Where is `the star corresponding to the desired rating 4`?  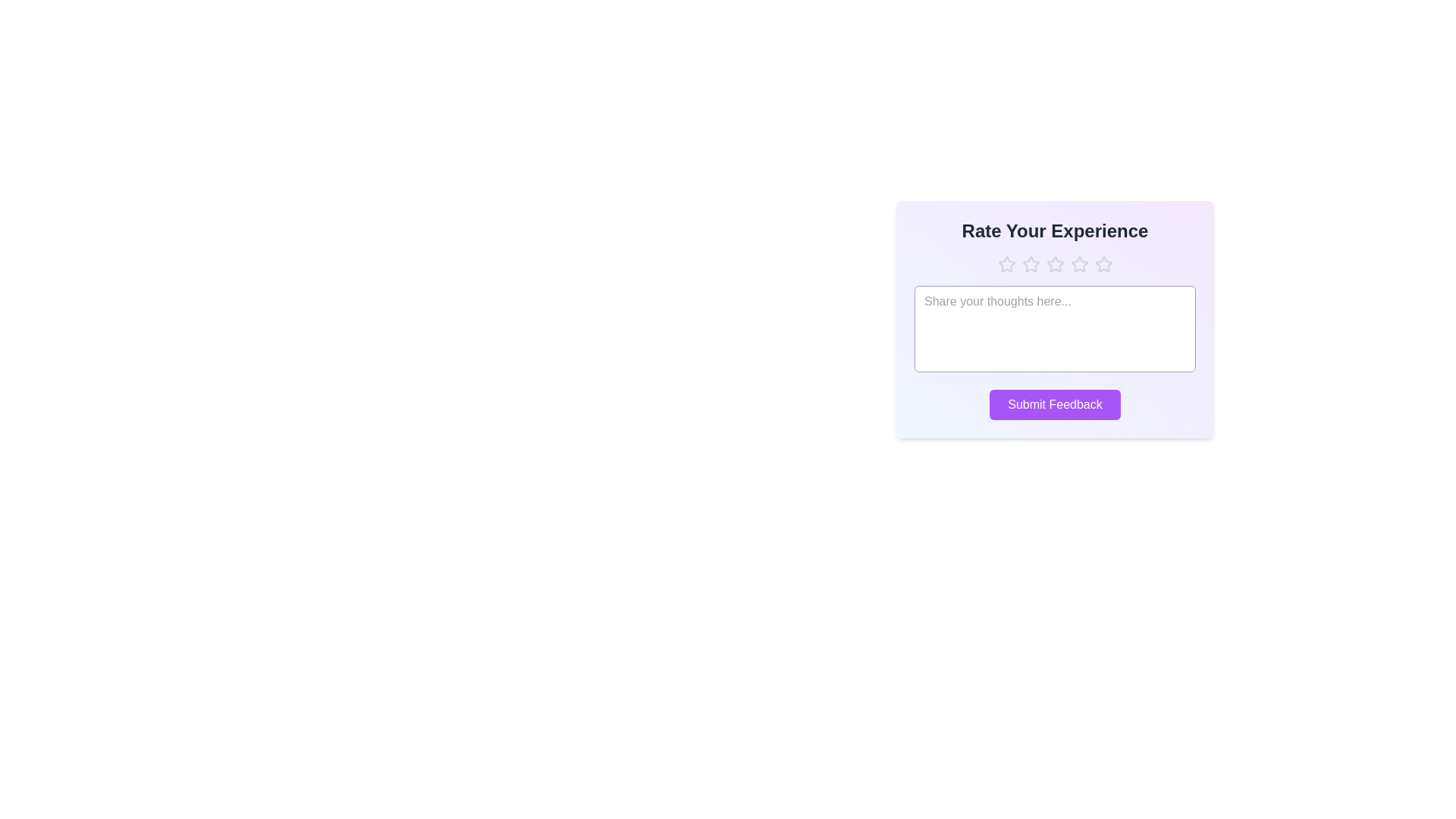 the star corresponding to the desired rating 4 is located at coordinates (1078, 263).